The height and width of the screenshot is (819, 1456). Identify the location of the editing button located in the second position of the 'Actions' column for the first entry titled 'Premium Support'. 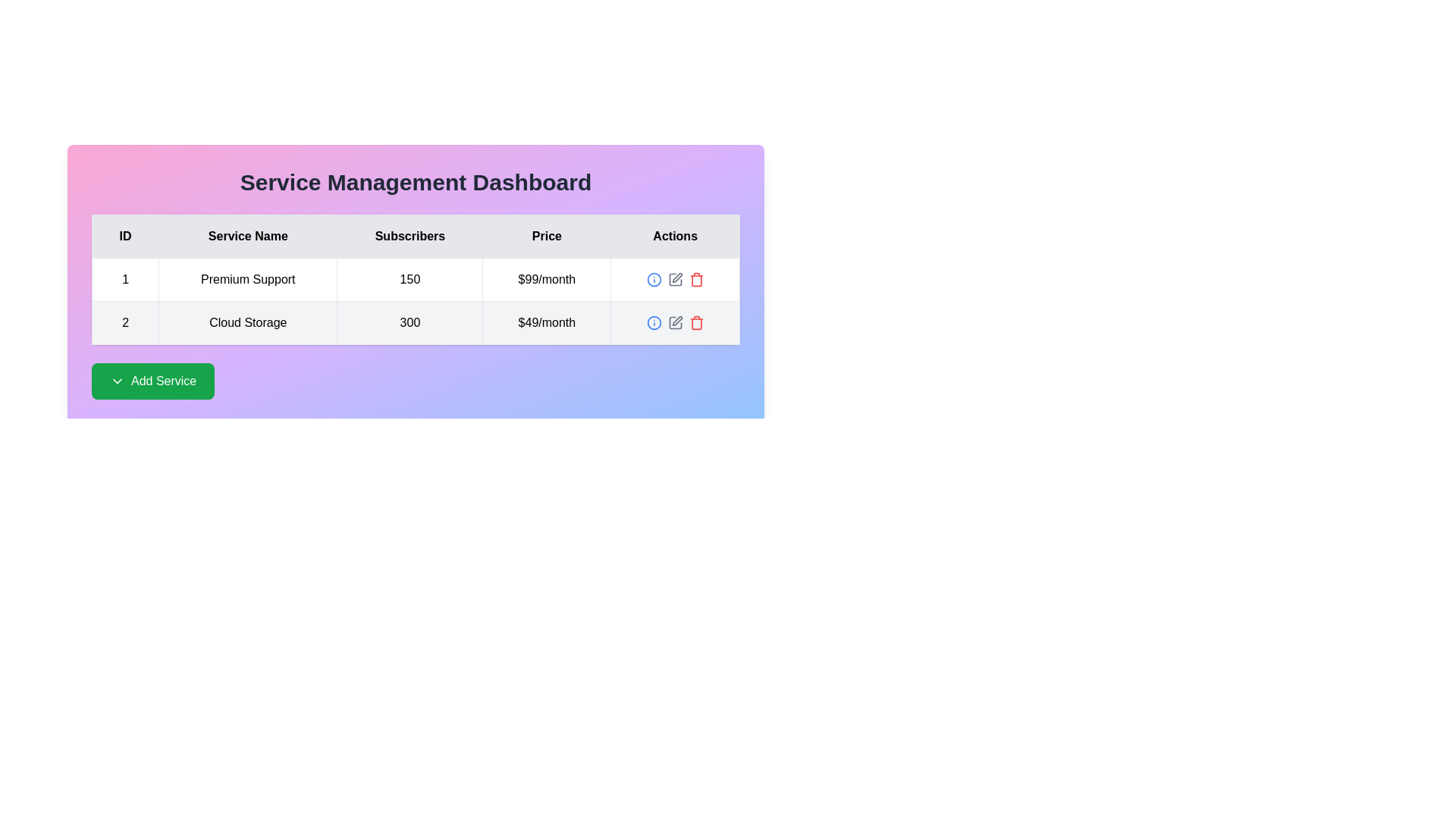
(674, 280).